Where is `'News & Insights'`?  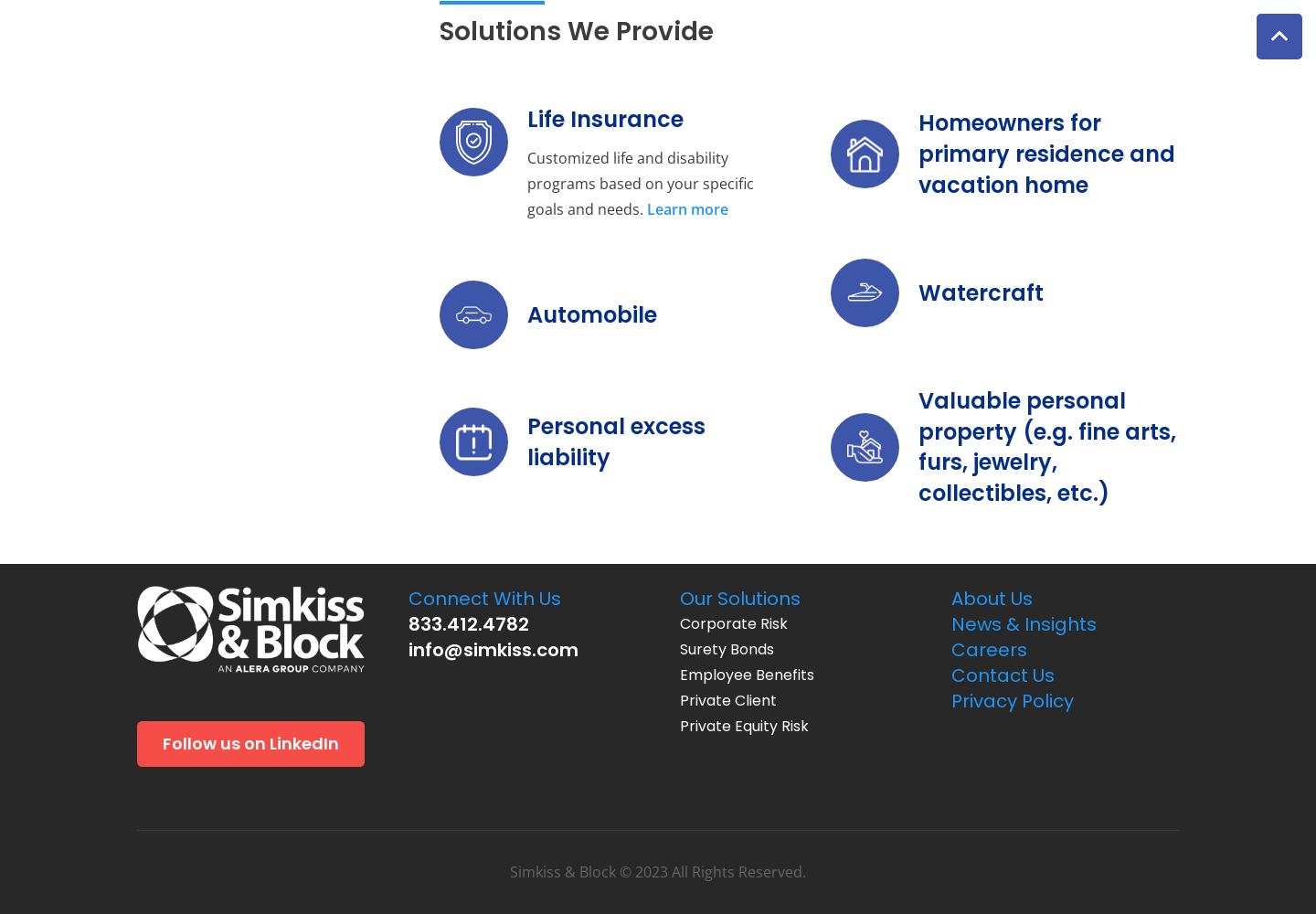
'News & Insights' is located at coordinates (1023, 624).